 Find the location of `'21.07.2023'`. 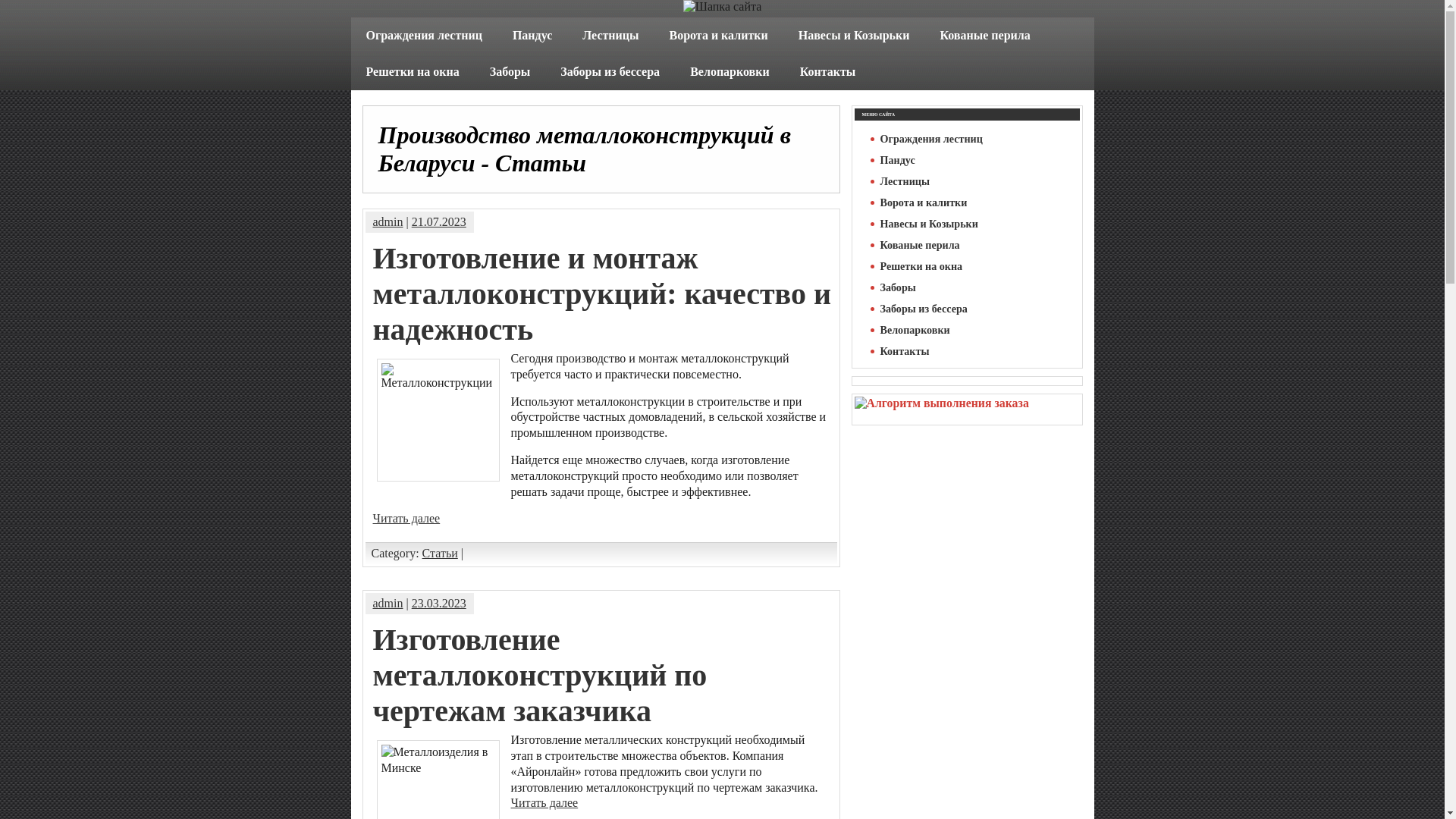

'21.07.2023' is located at coordinates (438, 221).